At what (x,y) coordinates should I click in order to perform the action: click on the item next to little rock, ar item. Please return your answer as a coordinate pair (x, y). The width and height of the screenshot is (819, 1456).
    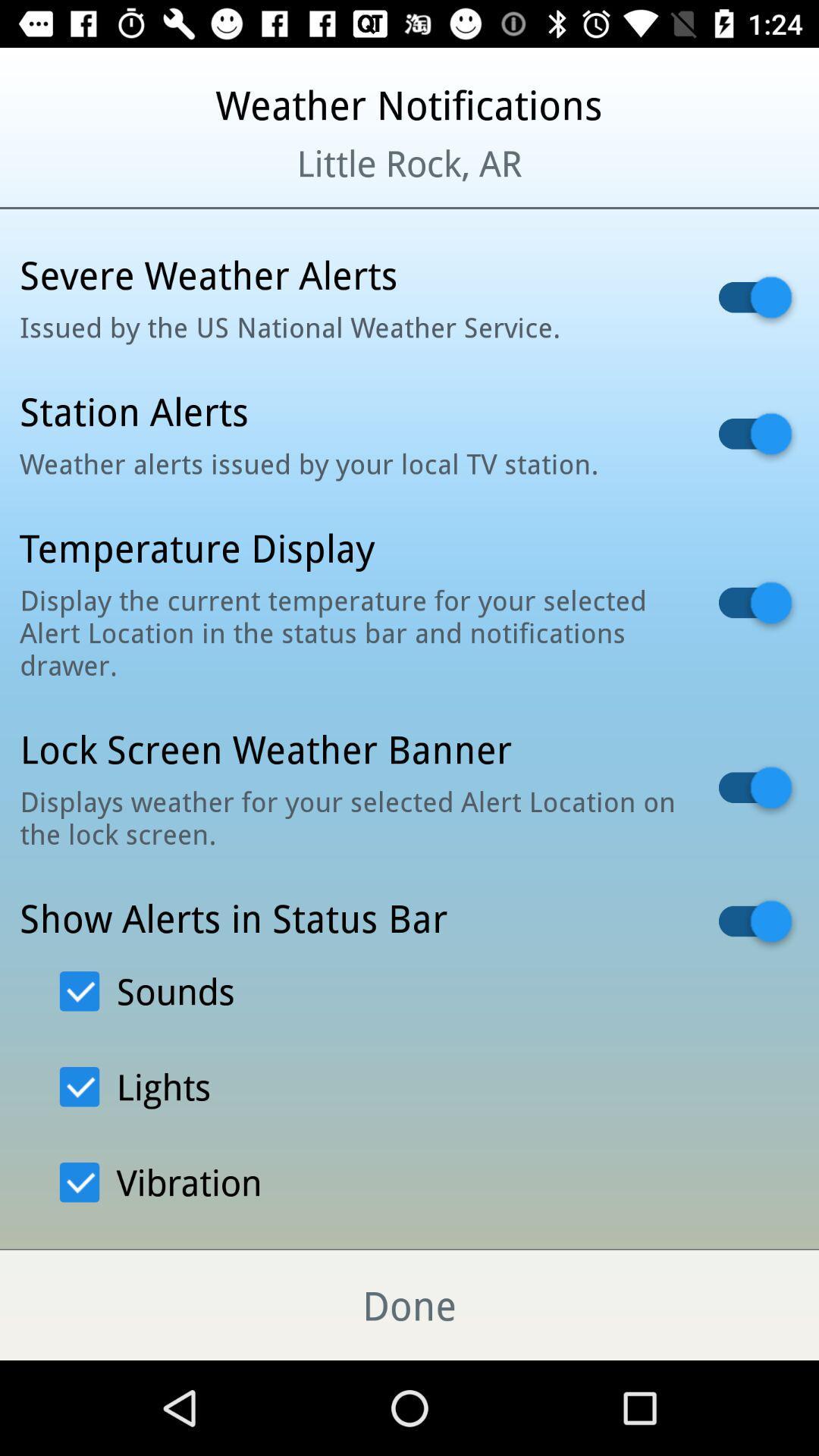
    Looking at the image, I should click on (99, 182).